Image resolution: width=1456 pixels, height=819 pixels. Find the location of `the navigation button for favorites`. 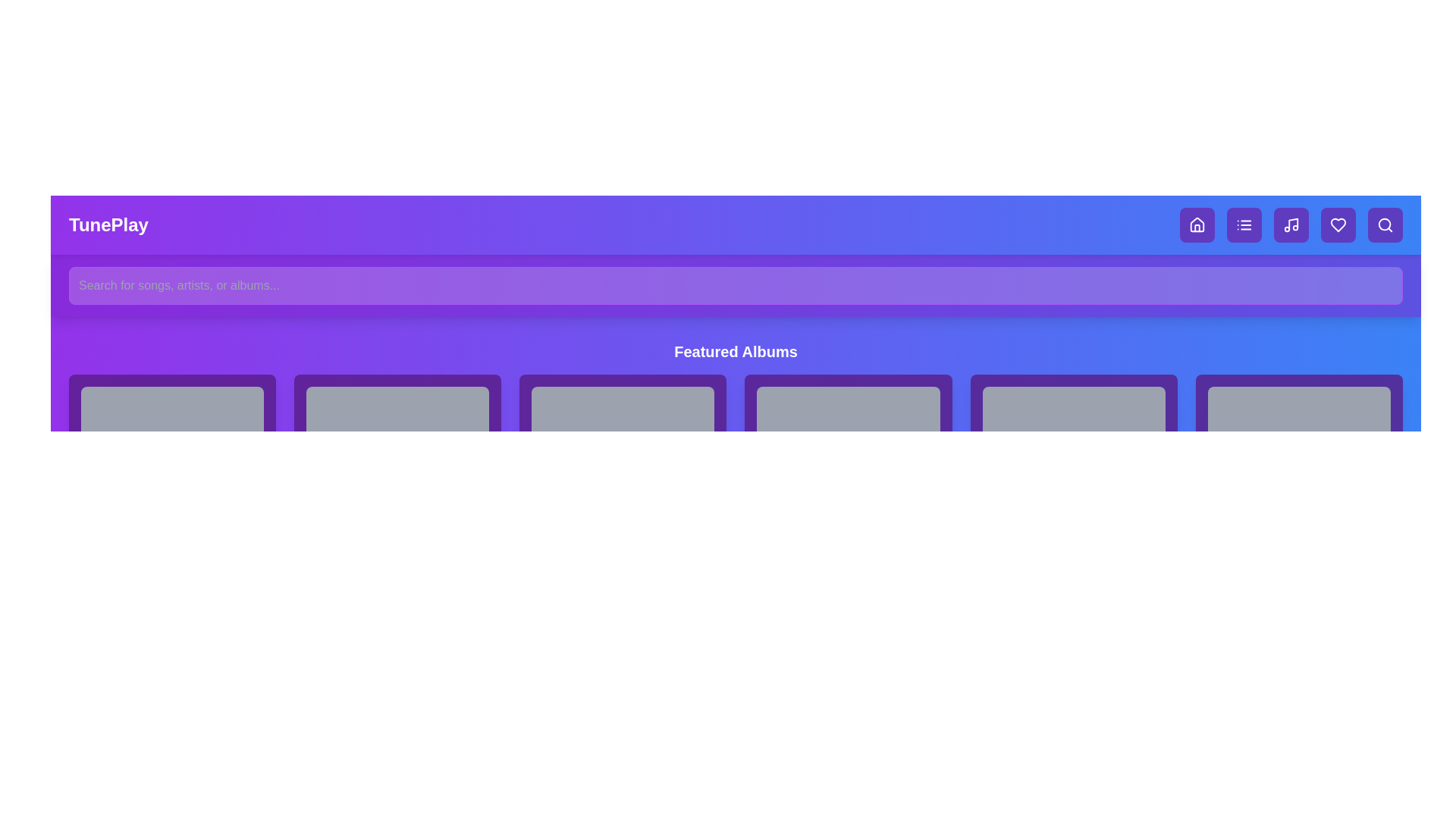

the navigation button for favorites is located at coordinates (1338, 225).